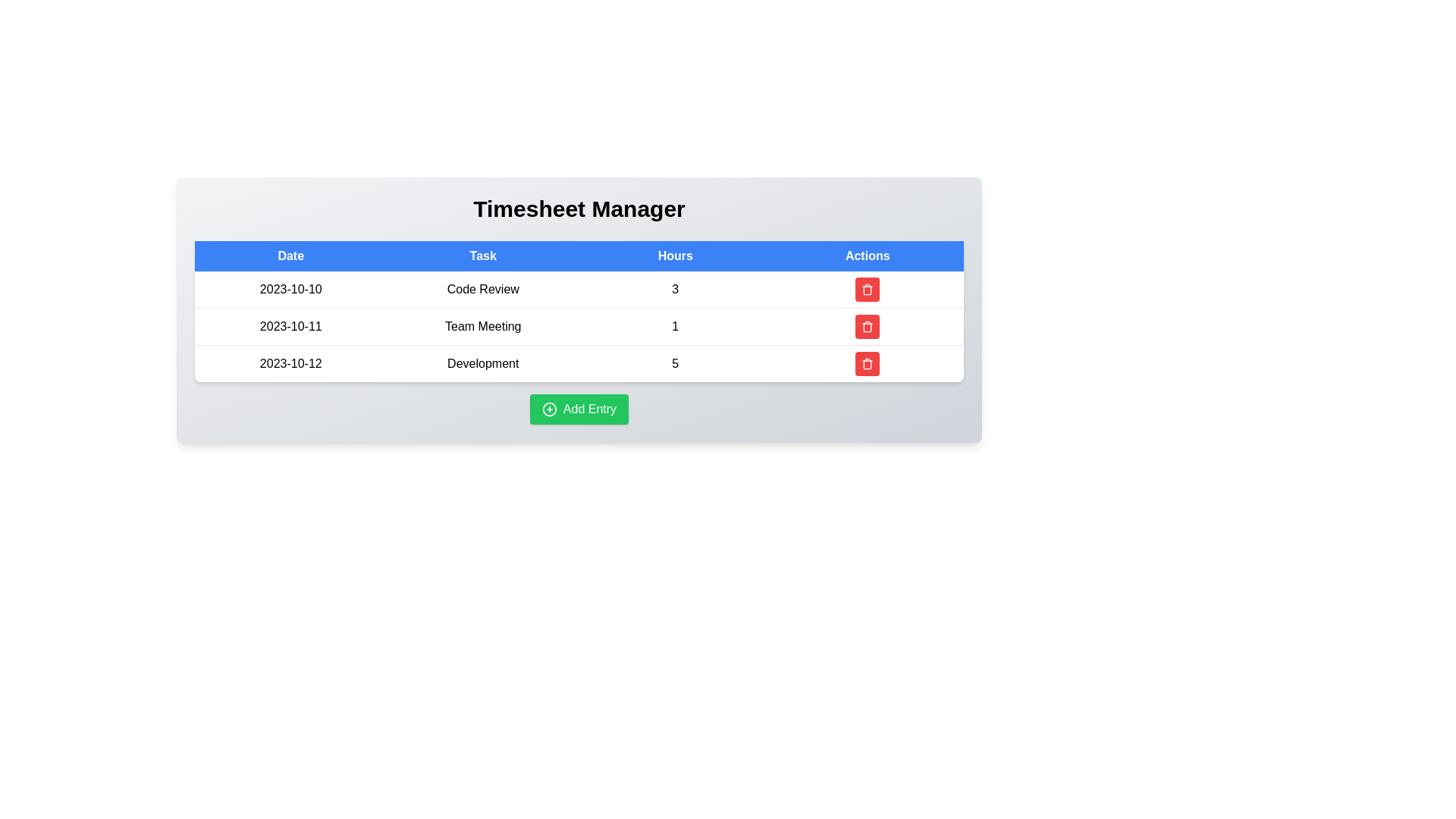  What do you see at coordinates (290, 363) in the screenshot?
I see `text displayed in the Text label showing '2023-10-12', positioned in the first column of the last row under the 'Date' header in the 'Timesheet Manager' section` at bounding box center [290, 363].